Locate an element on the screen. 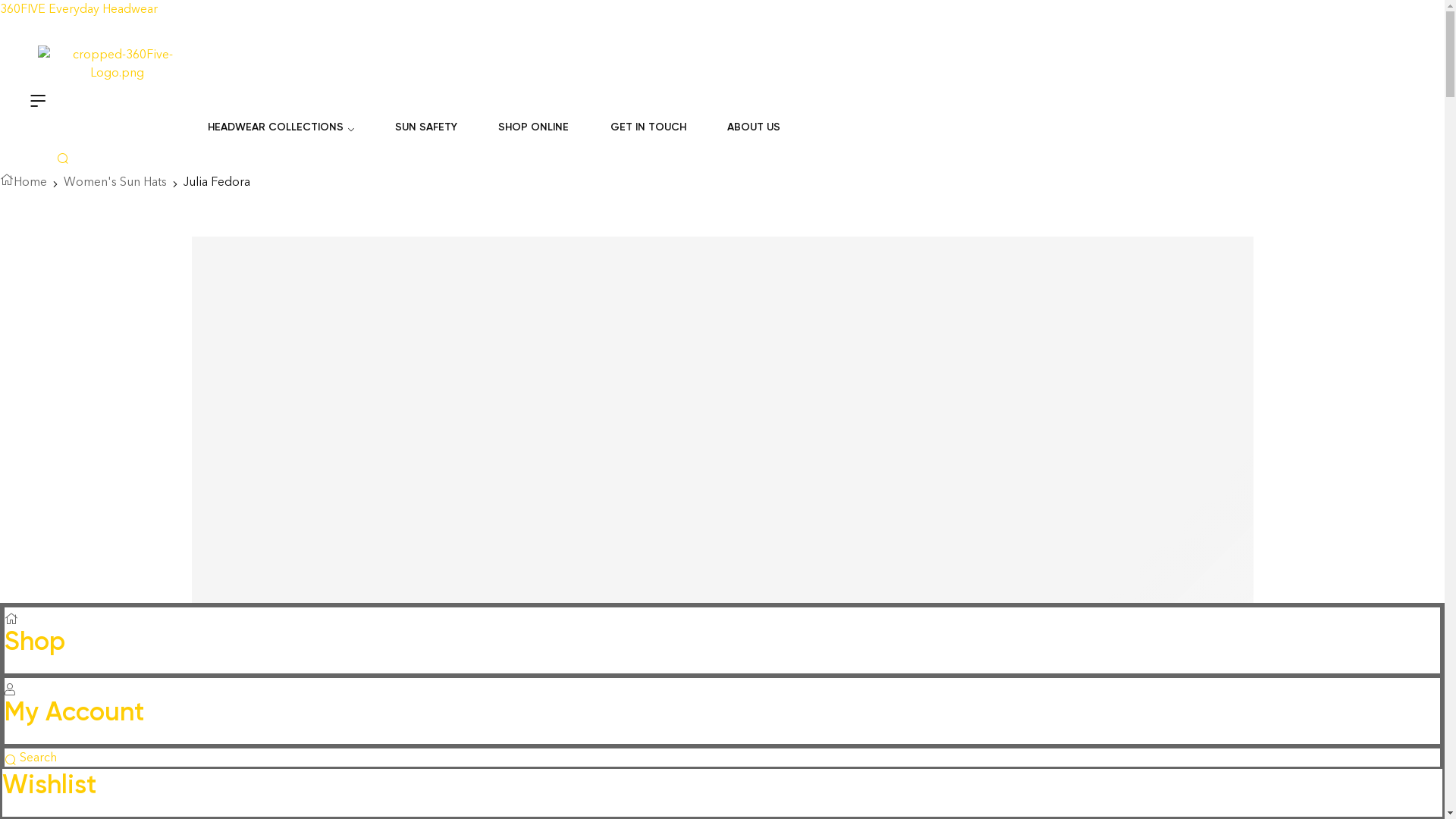 The width and height of the screenshot is (1456, 819). 'Menu' is located at coordinates (37, 98).